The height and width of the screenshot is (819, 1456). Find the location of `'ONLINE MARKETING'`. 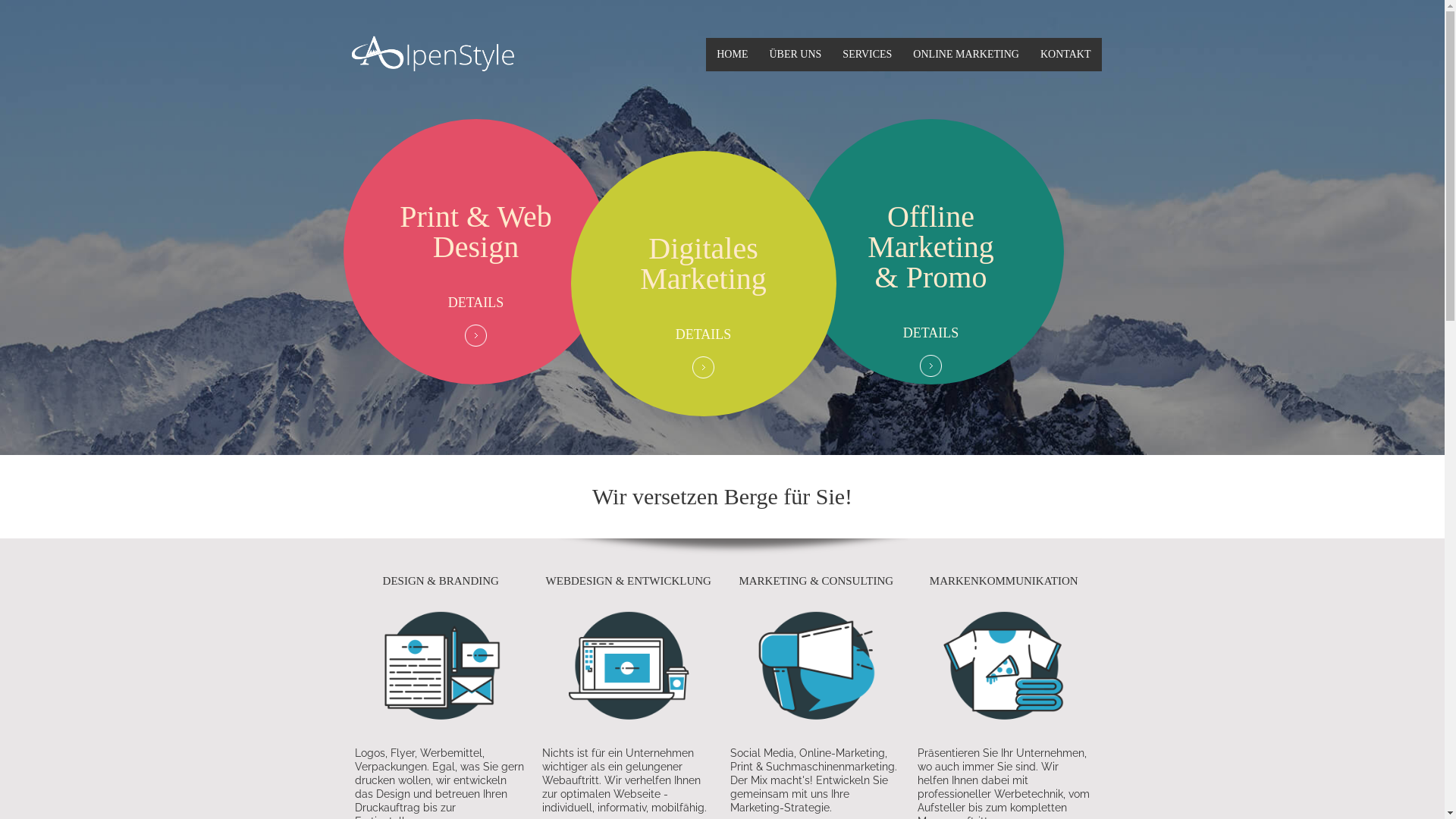

'ONLINE MARKETING' is located at coordinates (965, 54).